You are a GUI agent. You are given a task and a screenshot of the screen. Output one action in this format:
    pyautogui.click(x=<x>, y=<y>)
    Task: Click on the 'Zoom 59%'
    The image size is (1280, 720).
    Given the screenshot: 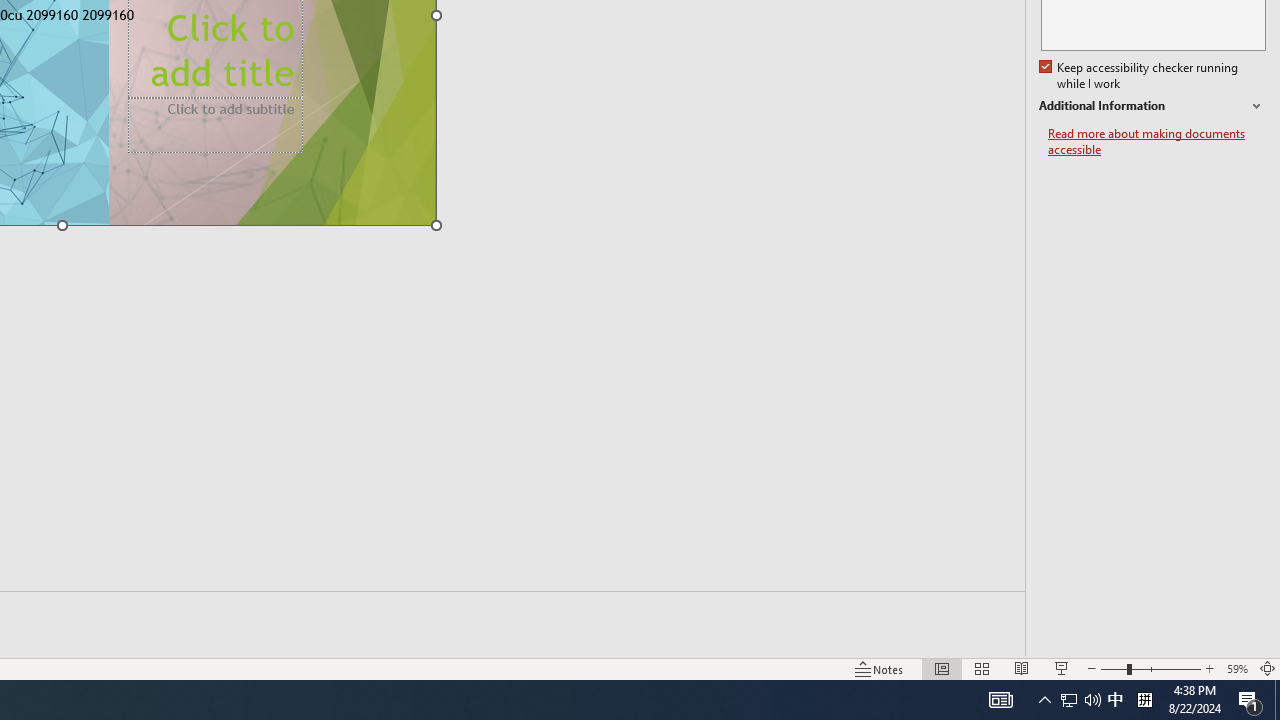 What is the action you would take?
    pyautogui.click(x=1236, y=669)
    